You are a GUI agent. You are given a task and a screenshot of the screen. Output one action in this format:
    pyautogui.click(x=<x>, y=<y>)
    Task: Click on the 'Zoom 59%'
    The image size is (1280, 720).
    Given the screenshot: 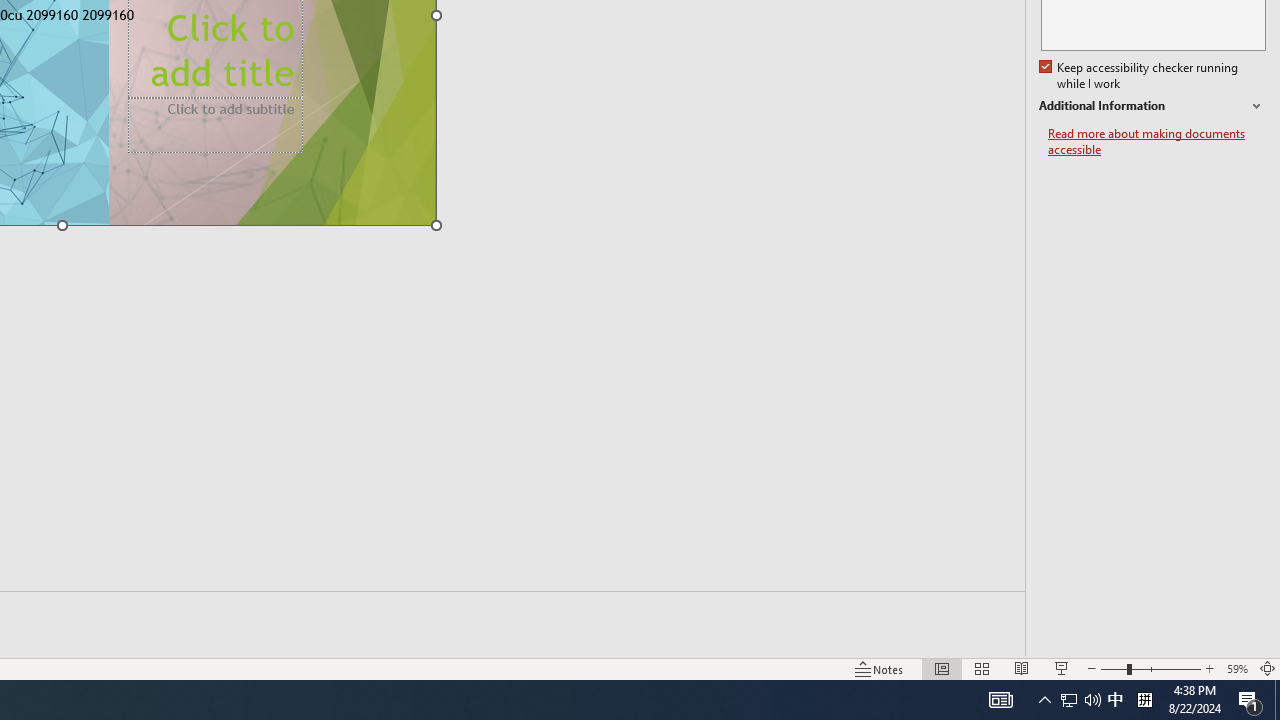 What is the action you would take?
    pyautogui.click(x=1236, y=669)
    